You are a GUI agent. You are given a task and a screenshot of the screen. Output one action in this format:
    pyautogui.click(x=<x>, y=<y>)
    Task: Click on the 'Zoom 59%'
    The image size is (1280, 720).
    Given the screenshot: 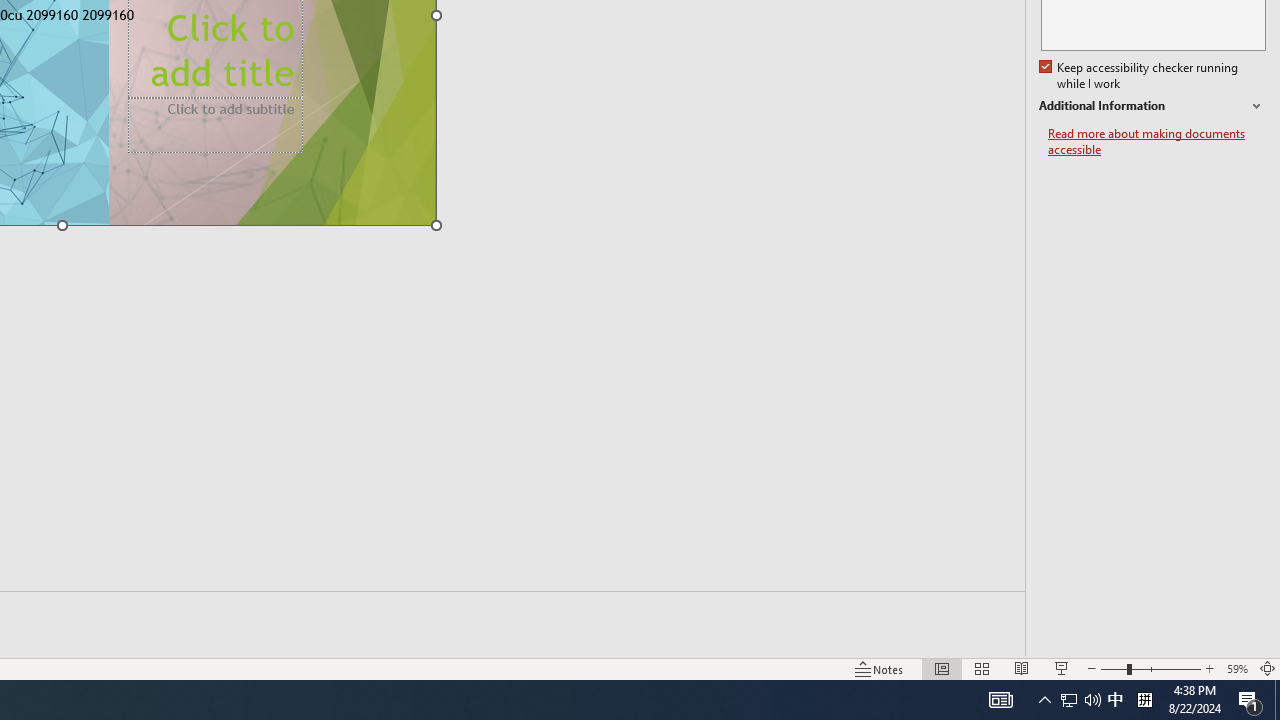 What is the action you would take?
    pyautogui.click(x=1236, y=669)
    